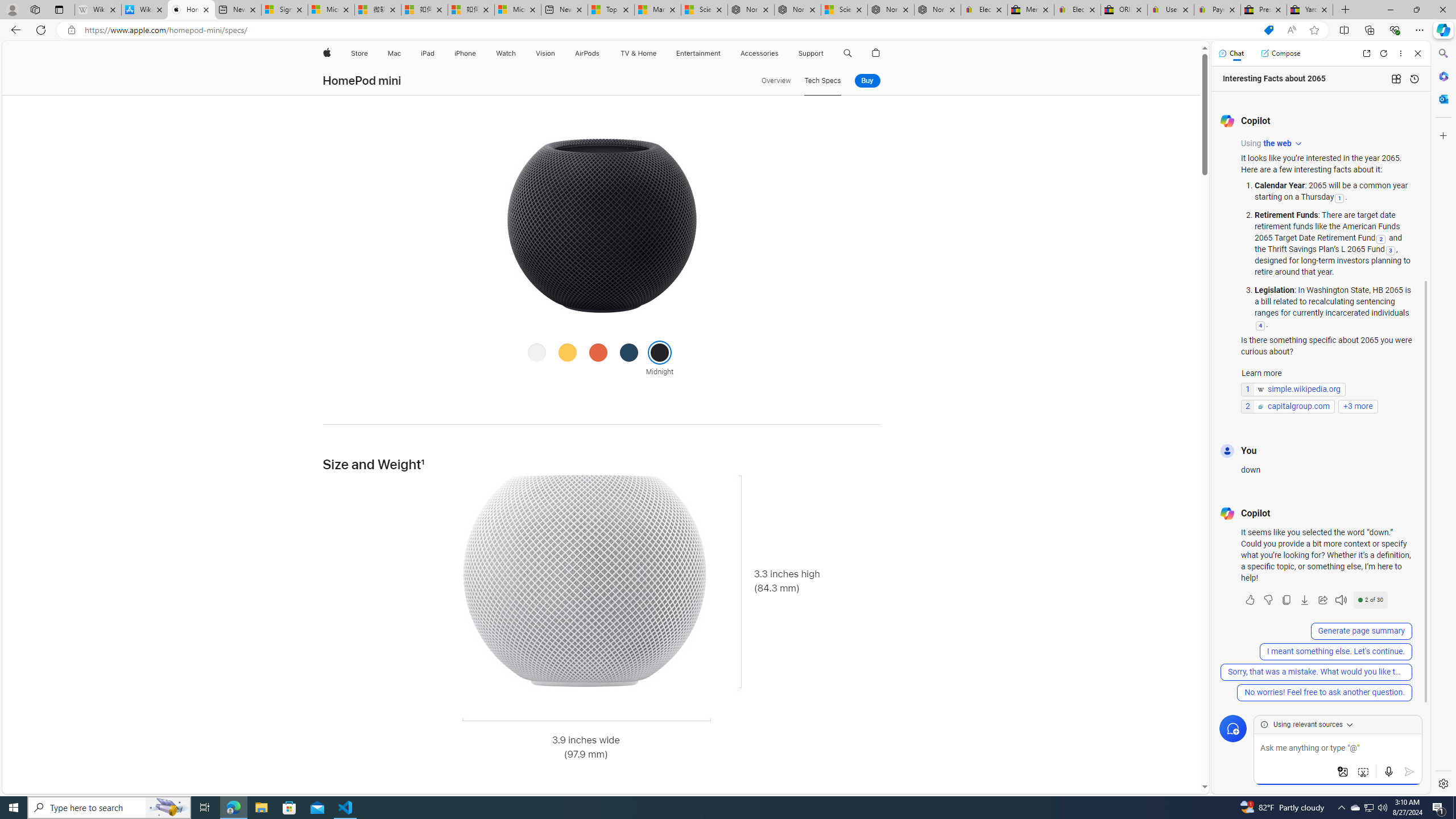 This screenshot has height=819, width=1456. I want to click on 'Support menu', so click(825, 53).